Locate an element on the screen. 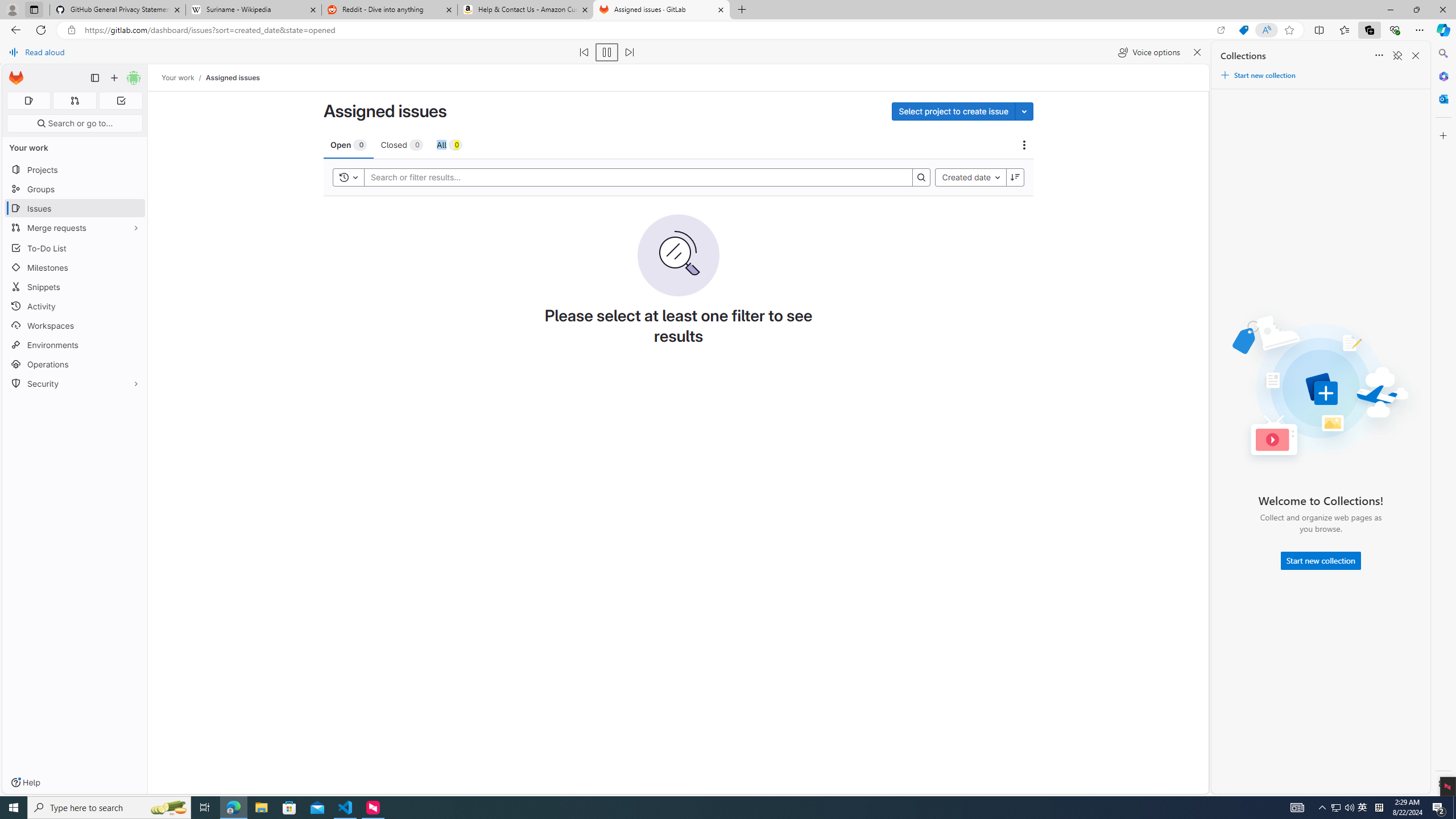 This screenshot has height=819, width=1456. 'Groups' is located at coordinates (74, 188).